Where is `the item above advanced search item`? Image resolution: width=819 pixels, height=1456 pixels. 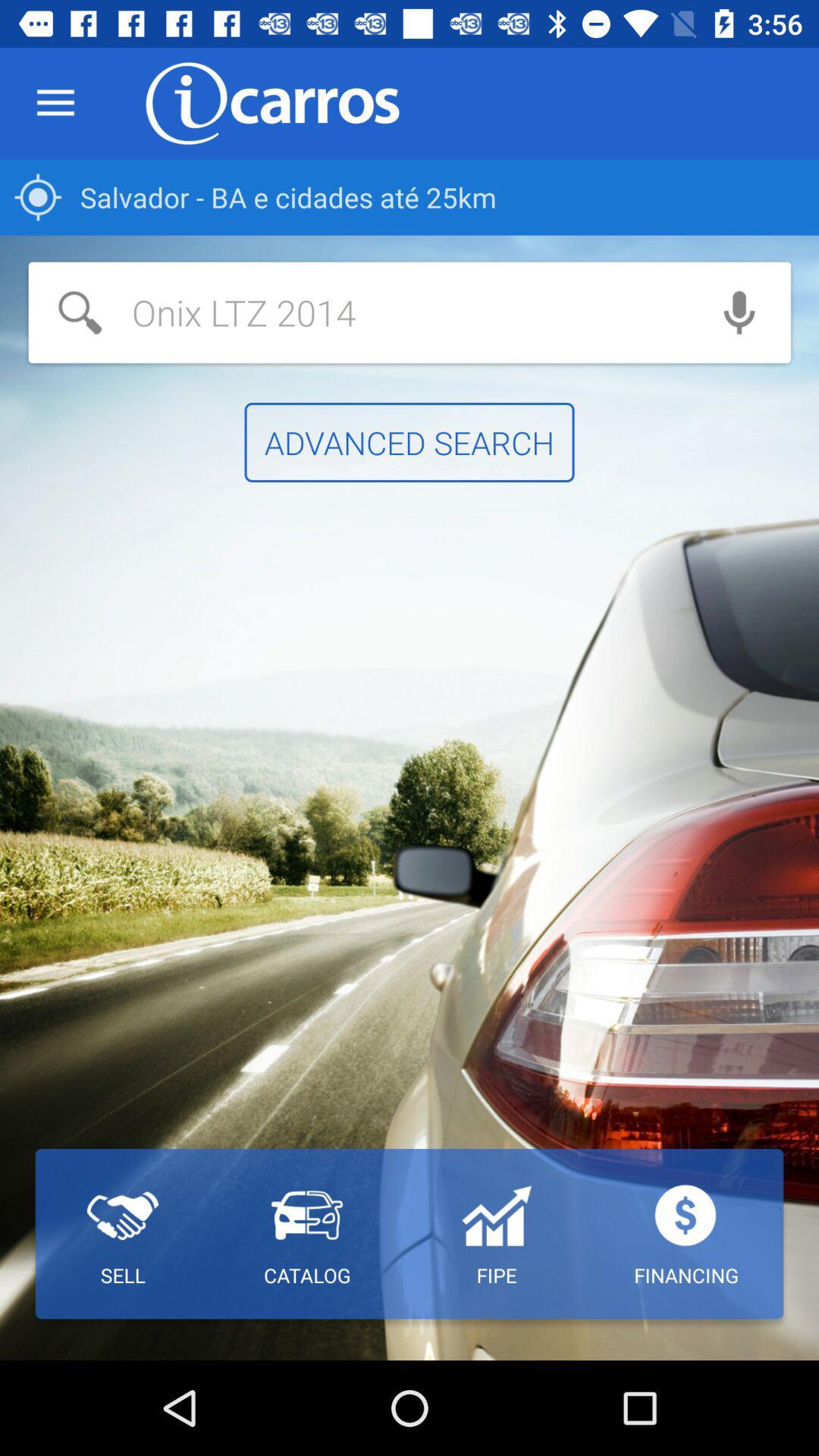 the item above advanced search item is located at coordinates (358, 312).